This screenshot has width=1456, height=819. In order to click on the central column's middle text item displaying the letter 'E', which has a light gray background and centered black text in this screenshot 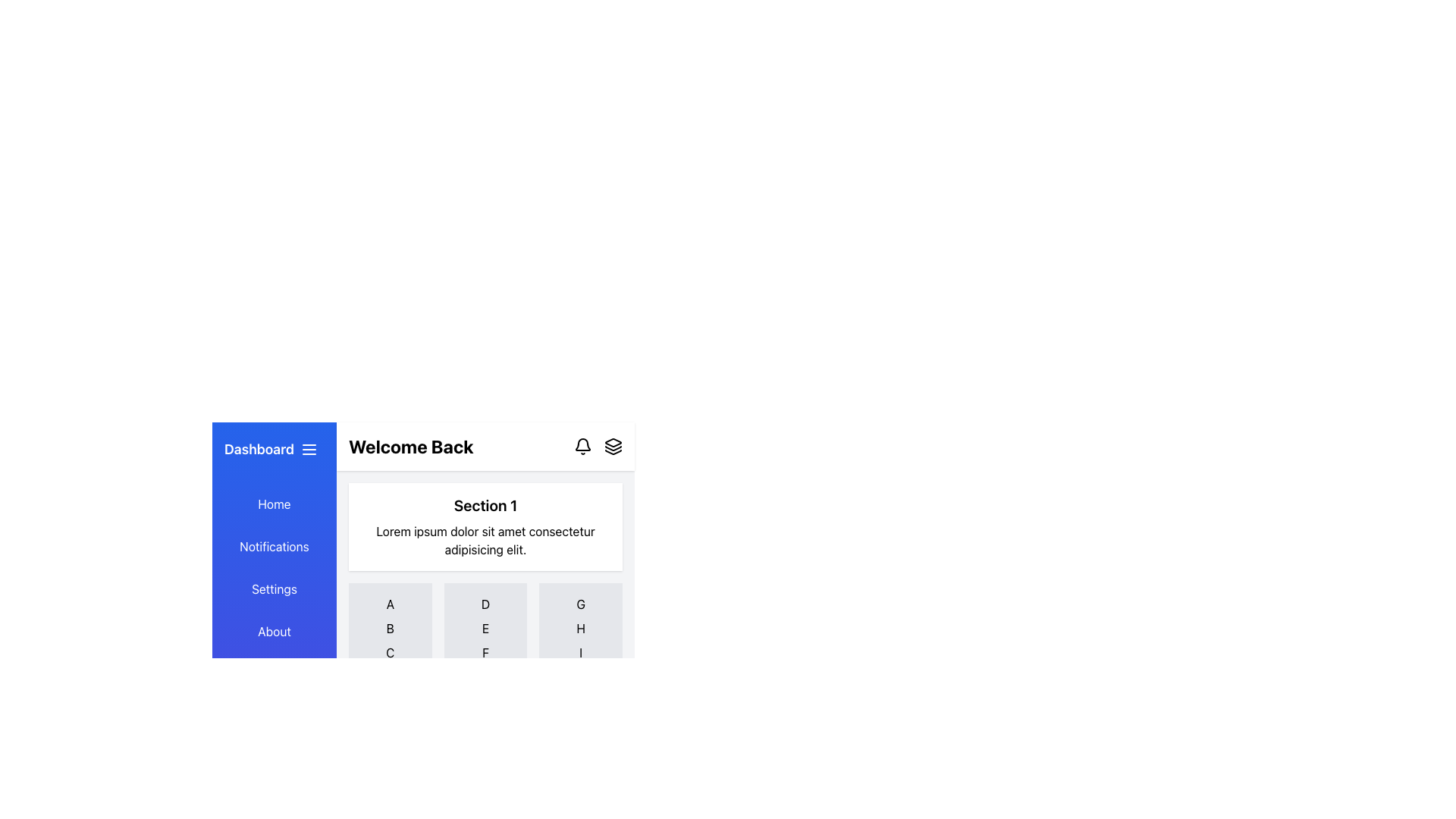, I will do `click(485, 632)`.